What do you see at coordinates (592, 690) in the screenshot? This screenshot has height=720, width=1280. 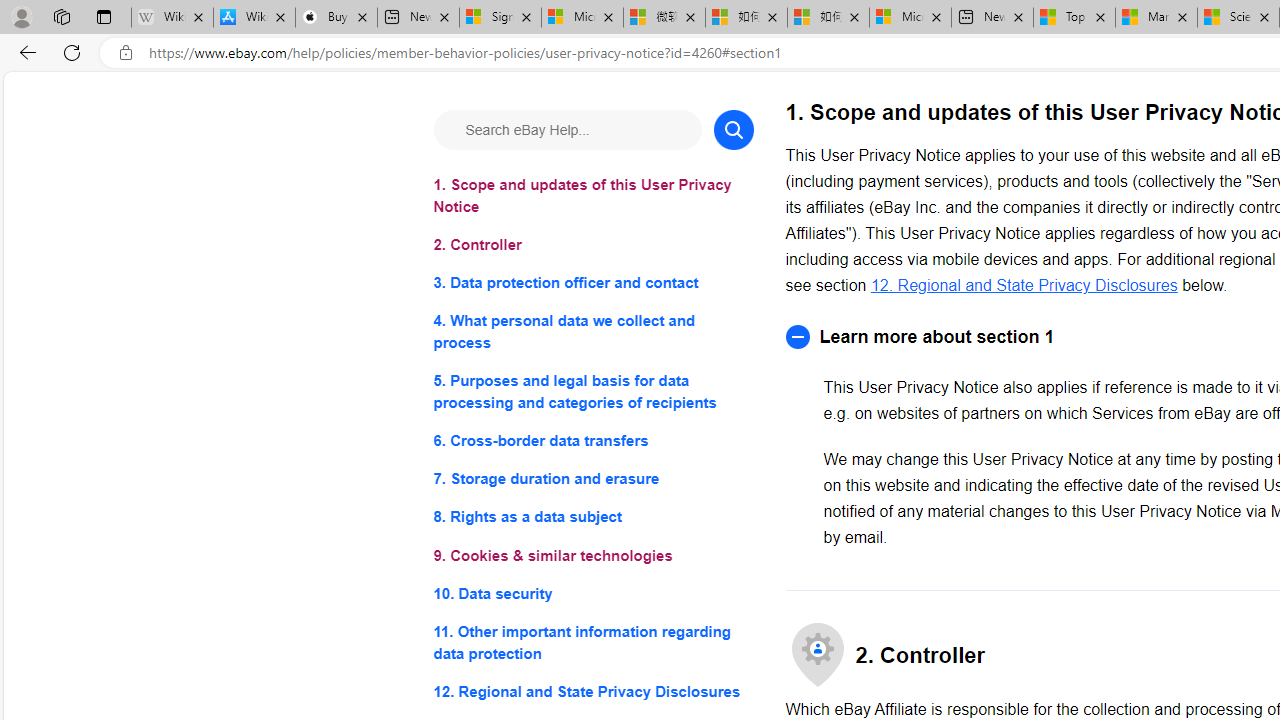 I see `'12. Regional and State Privacy Disclosures'` at bounding box center [592, 690].